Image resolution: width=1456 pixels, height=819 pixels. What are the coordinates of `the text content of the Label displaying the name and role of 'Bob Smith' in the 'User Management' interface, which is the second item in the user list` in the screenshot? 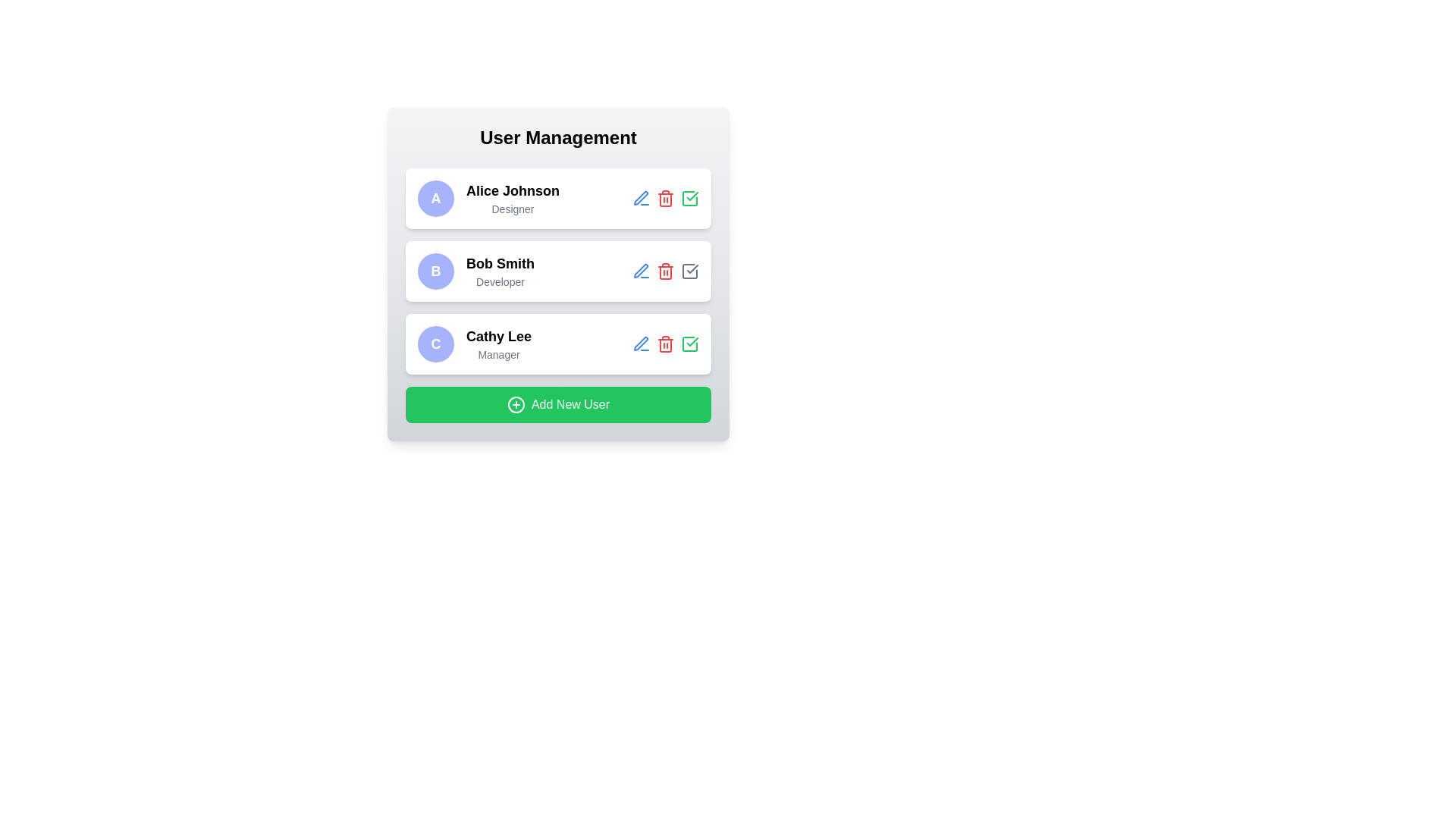 It's located at (500, 271).